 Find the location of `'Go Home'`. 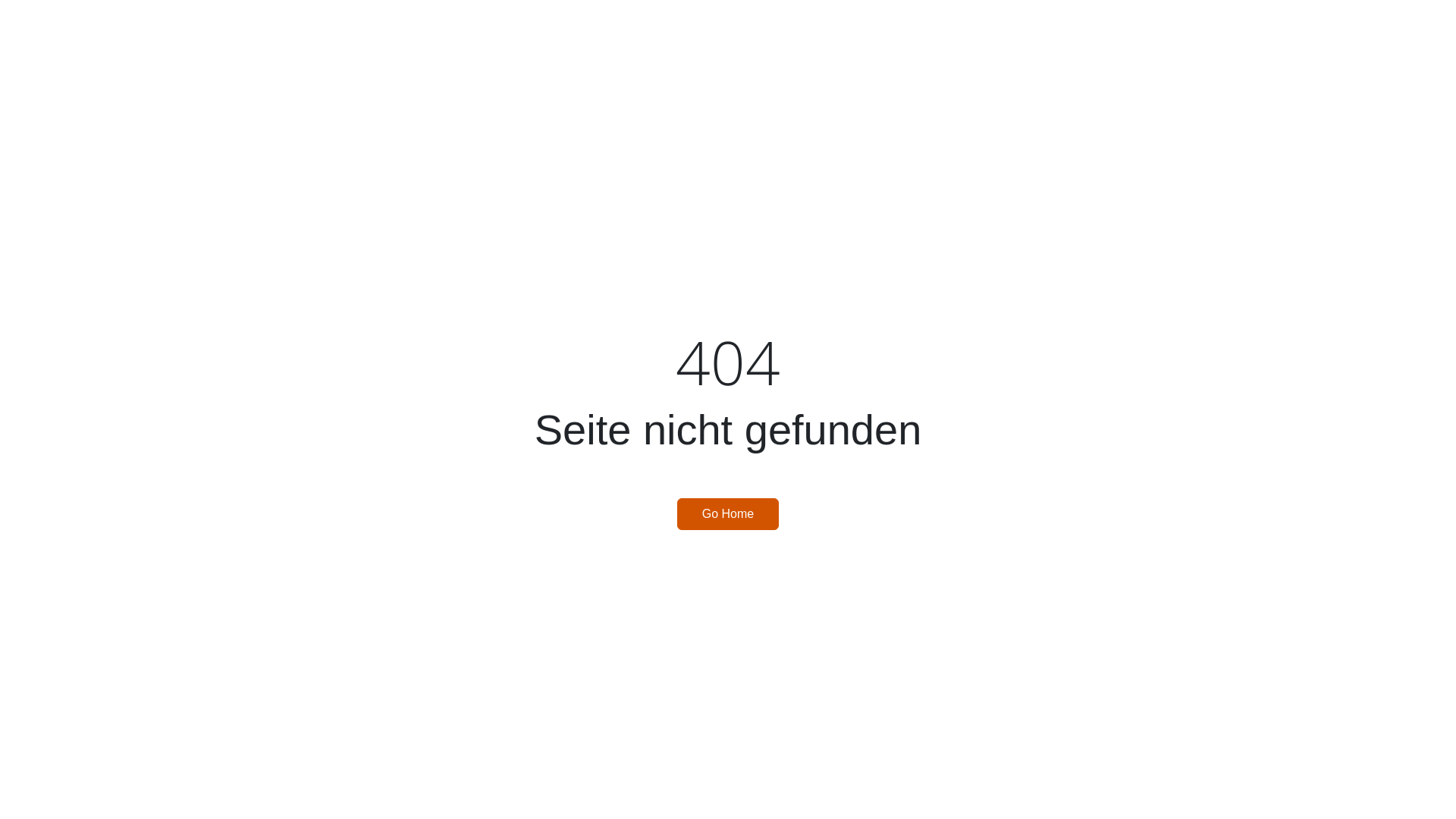

'Go Home' is located at coordinates (728, 513).